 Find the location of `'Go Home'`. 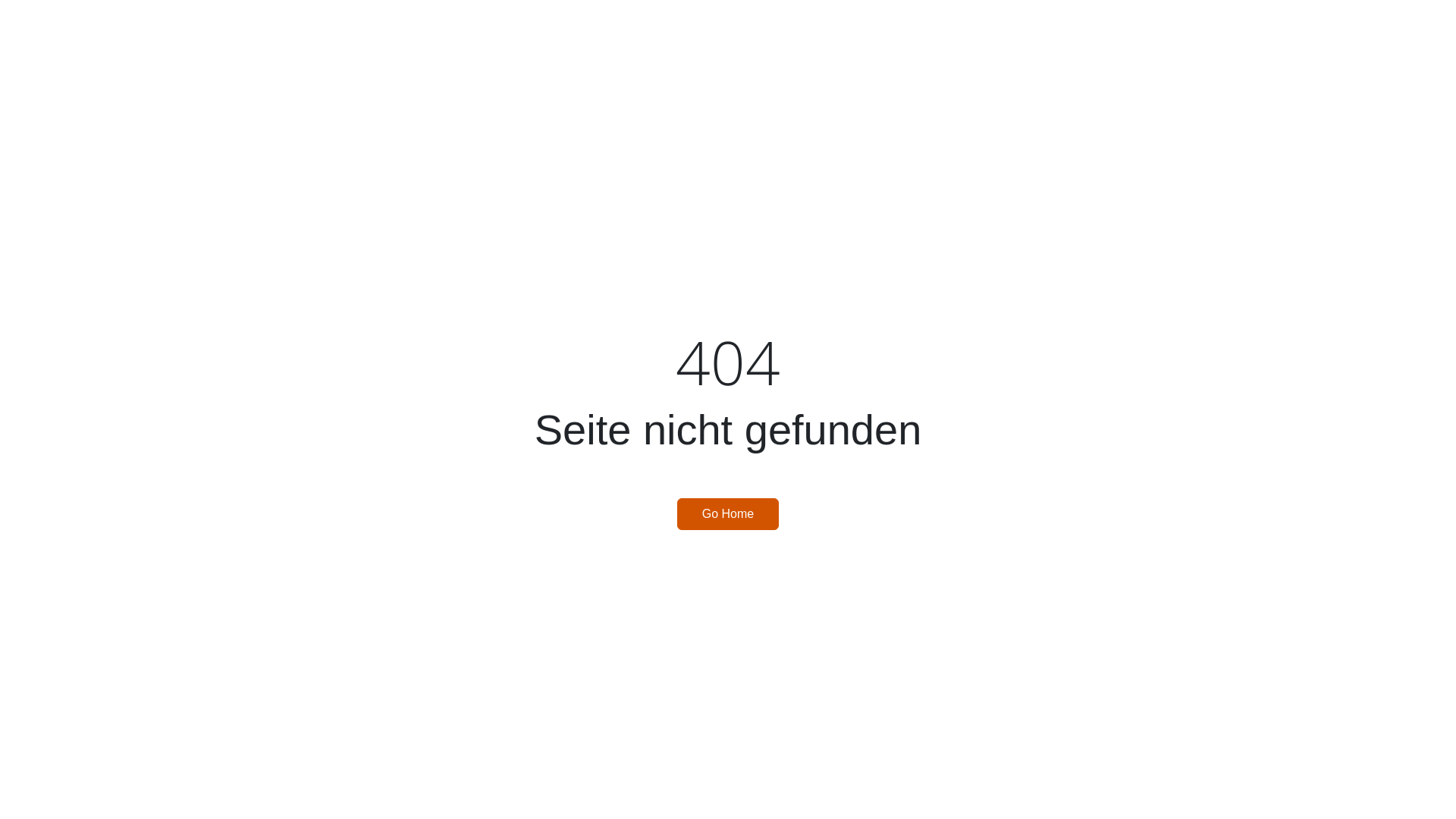

'Go Home' is located at coordinates (728, 513).